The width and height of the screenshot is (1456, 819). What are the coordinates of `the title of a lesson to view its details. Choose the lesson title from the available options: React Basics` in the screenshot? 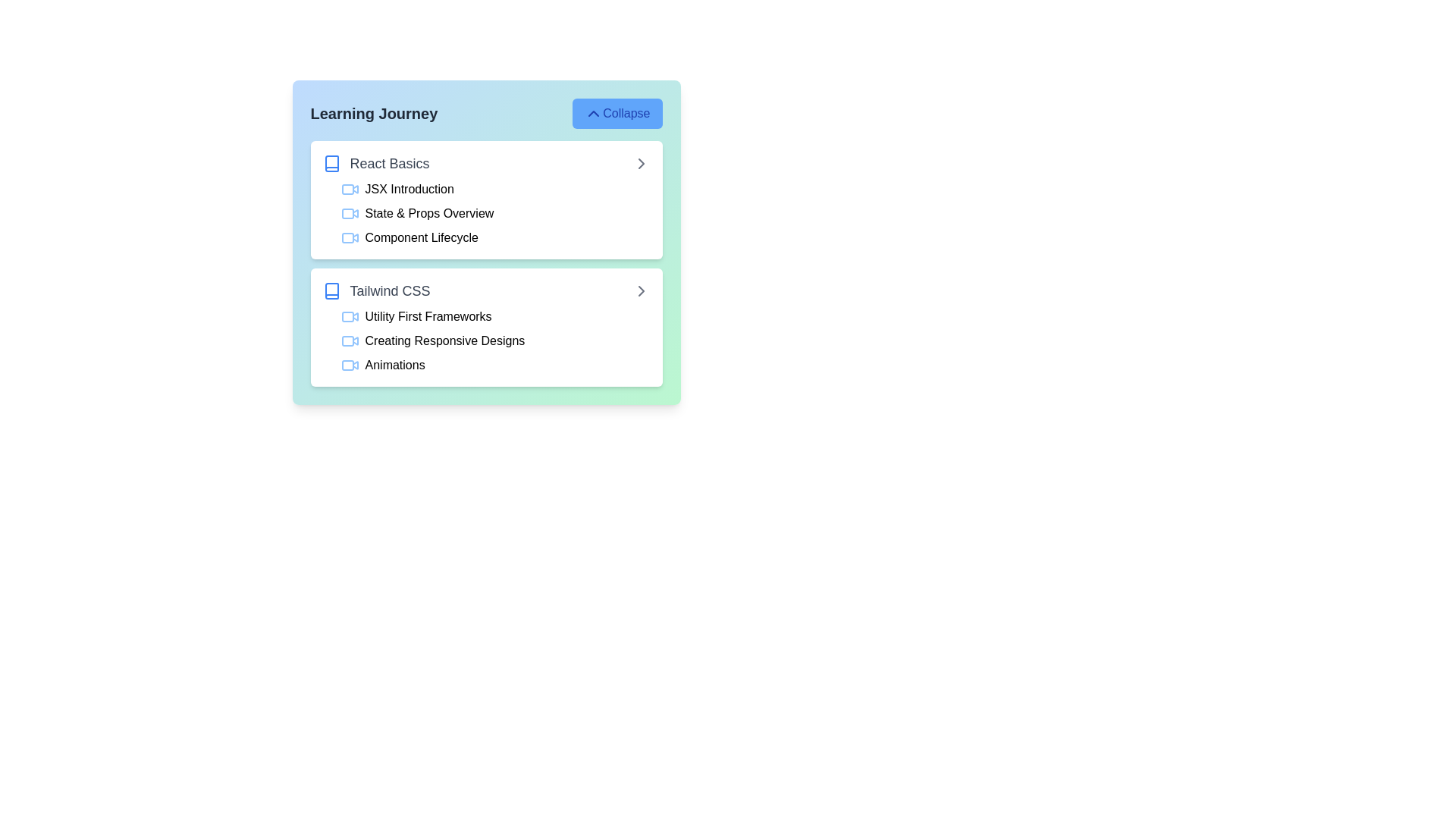 It's located at (375, 164).